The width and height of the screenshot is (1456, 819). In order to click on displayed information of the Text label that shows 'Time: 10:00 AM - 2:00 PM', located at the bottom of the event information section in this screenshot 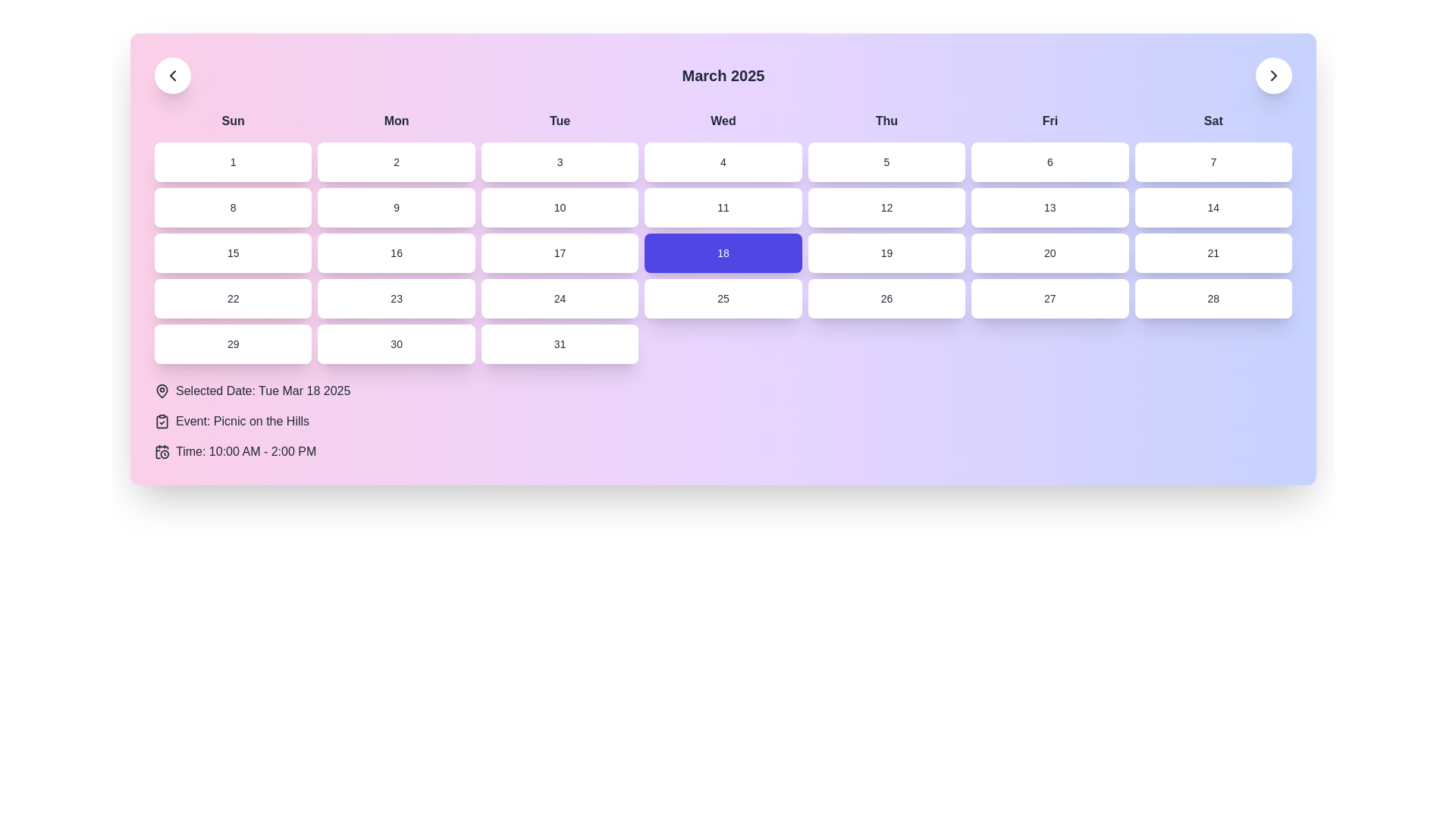, I will do `click(246, 451)`.